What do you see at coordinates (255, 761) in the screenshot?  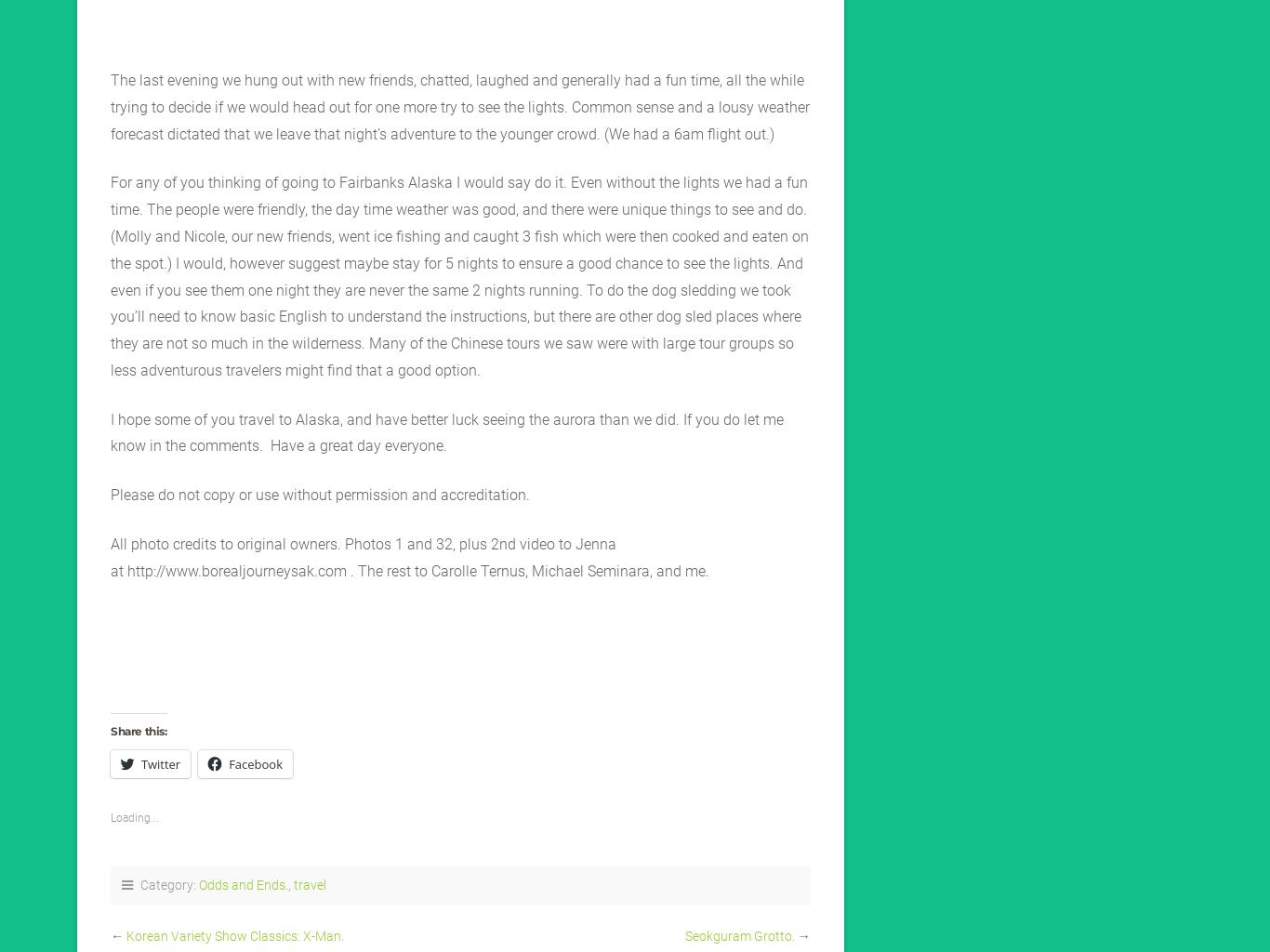 I see `'Facebook'` at bounding box center [255, 761].